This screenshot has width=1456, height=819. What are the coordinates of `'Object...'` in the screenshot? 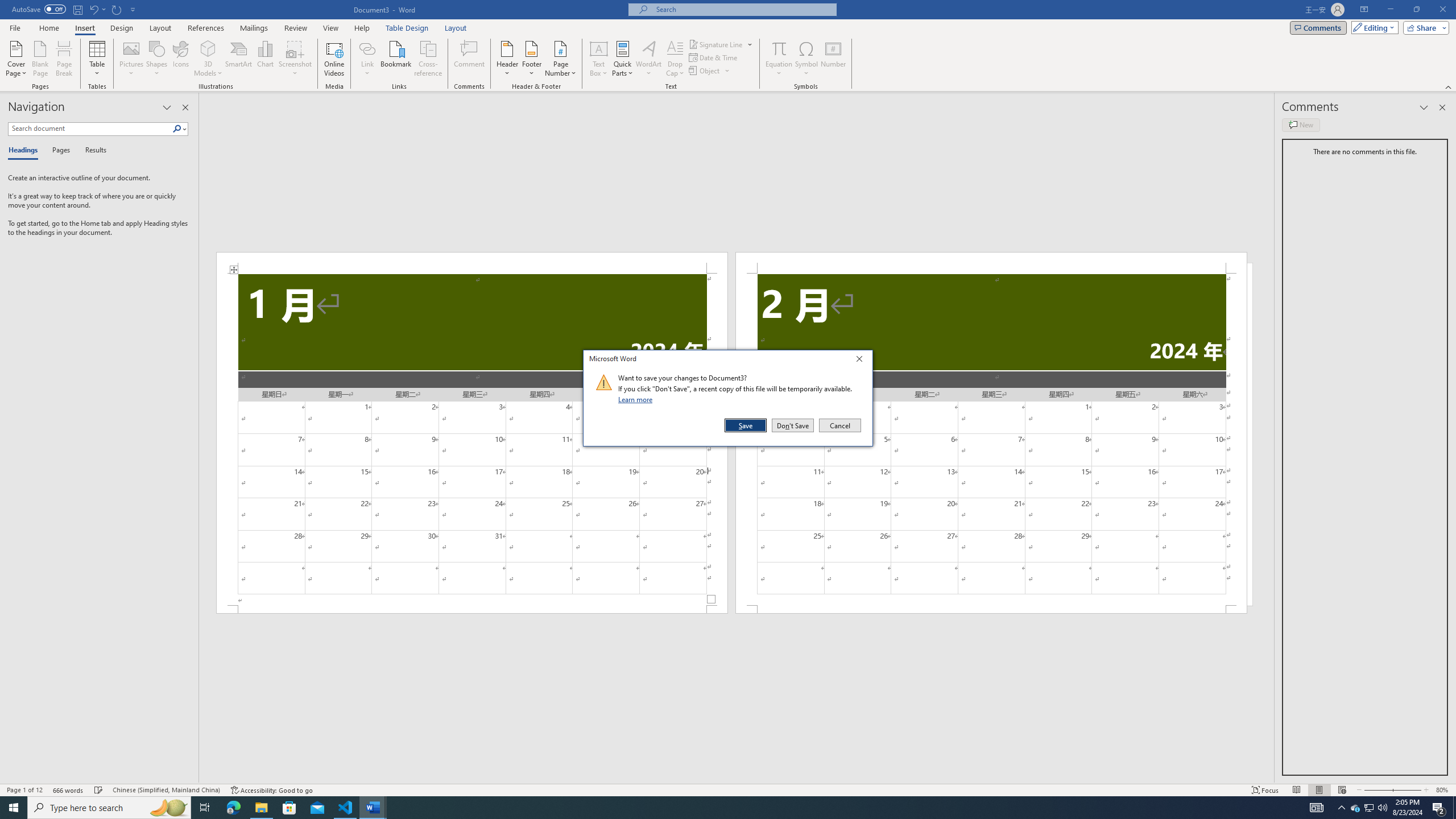 It's located at (709, 69).